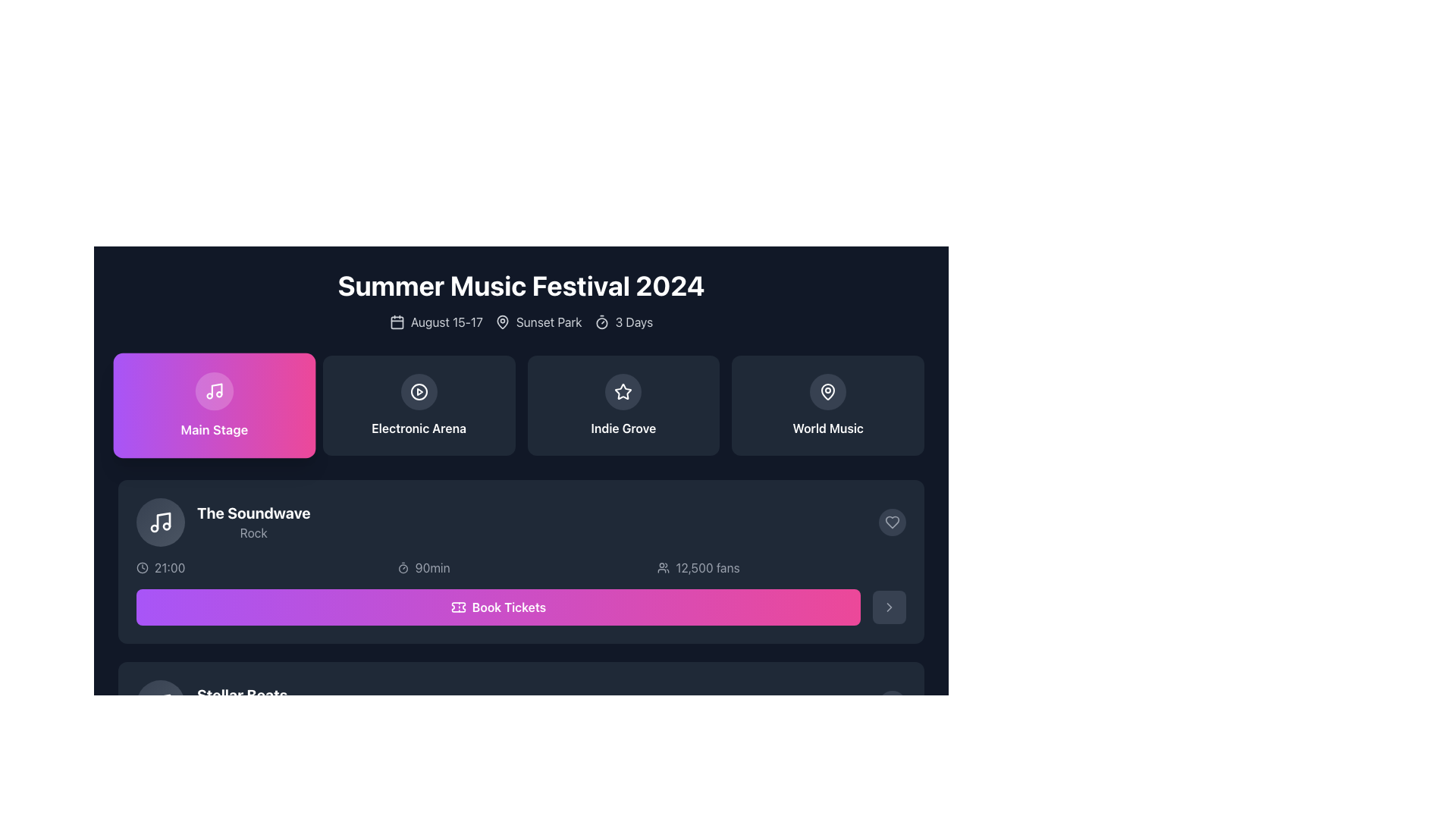 This screenshot has height=819, width=1456. Describe the element at coordinates (241, 695) in the screenshot. I see `the text label 'Stellar Beats', which serves as a title for an event, located near the bottom of the interface` at that location.